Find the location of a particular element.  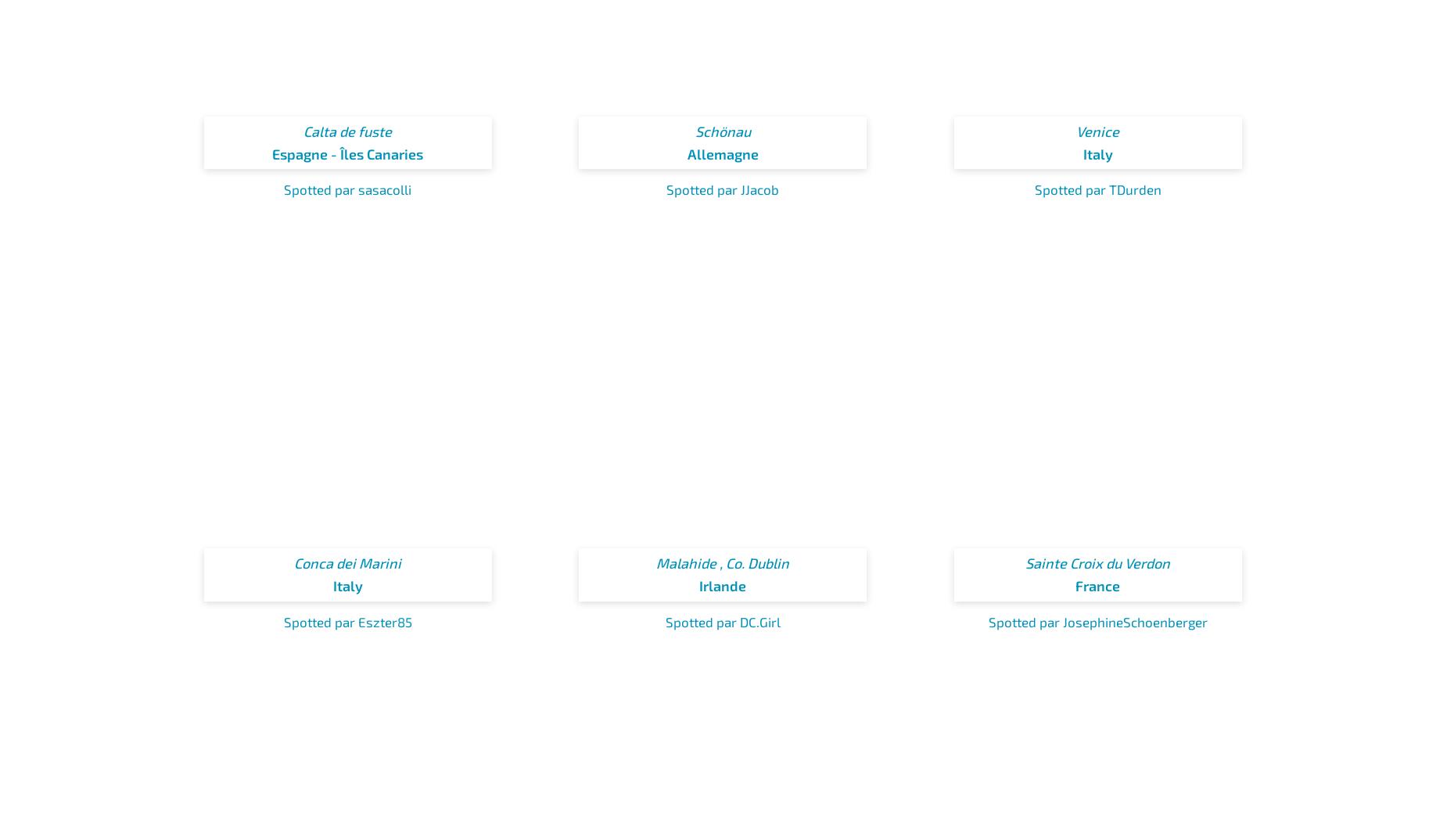

'Espagne - Îles Canaries' is located at coordinates (346, 153).